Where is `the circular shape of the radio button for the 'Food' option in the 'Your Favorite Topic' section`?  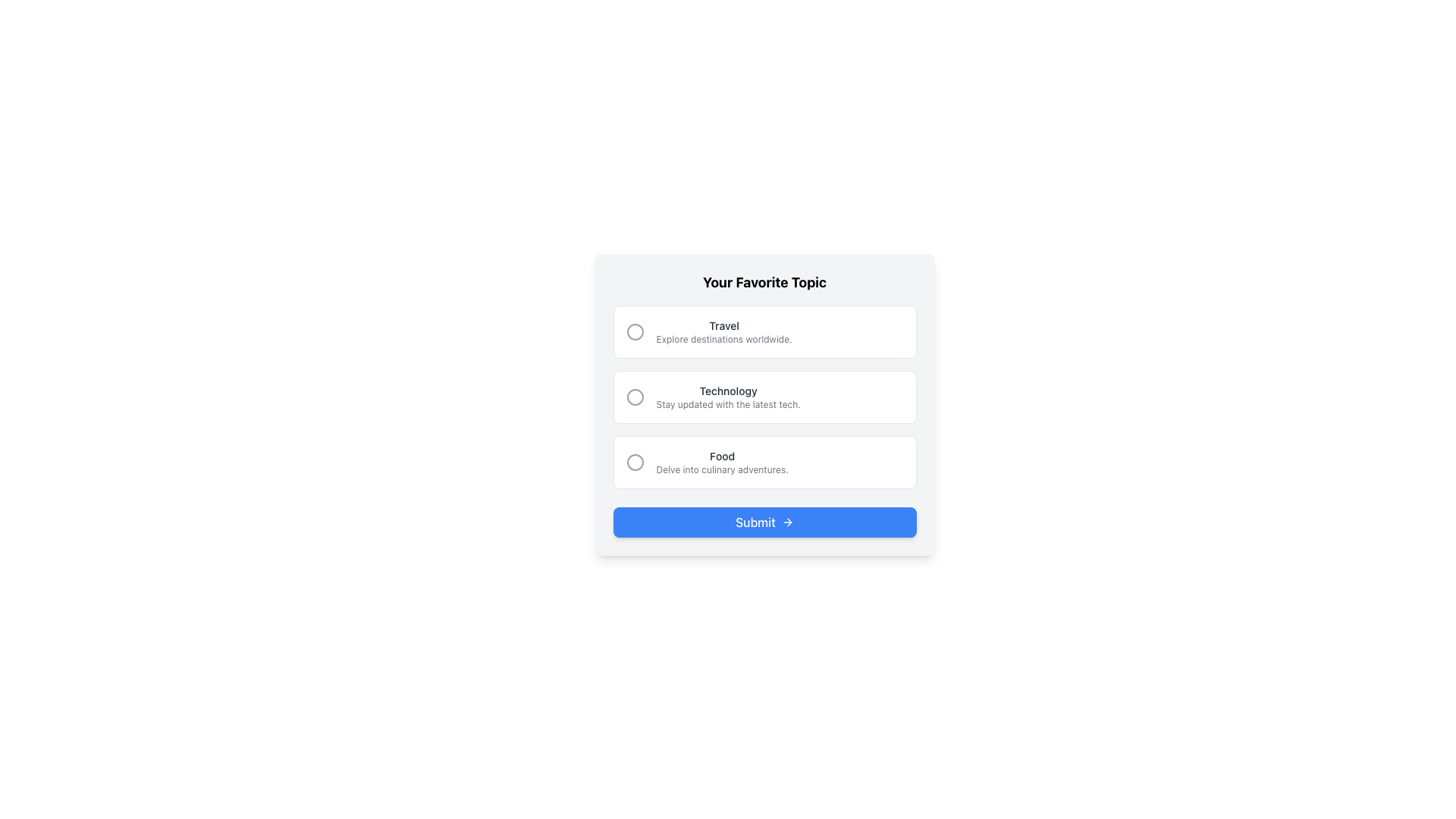
the circular shape of the radio button for the 'Food' option in the 'Your Favorite Topic' section is located at coordinates (635, 461).